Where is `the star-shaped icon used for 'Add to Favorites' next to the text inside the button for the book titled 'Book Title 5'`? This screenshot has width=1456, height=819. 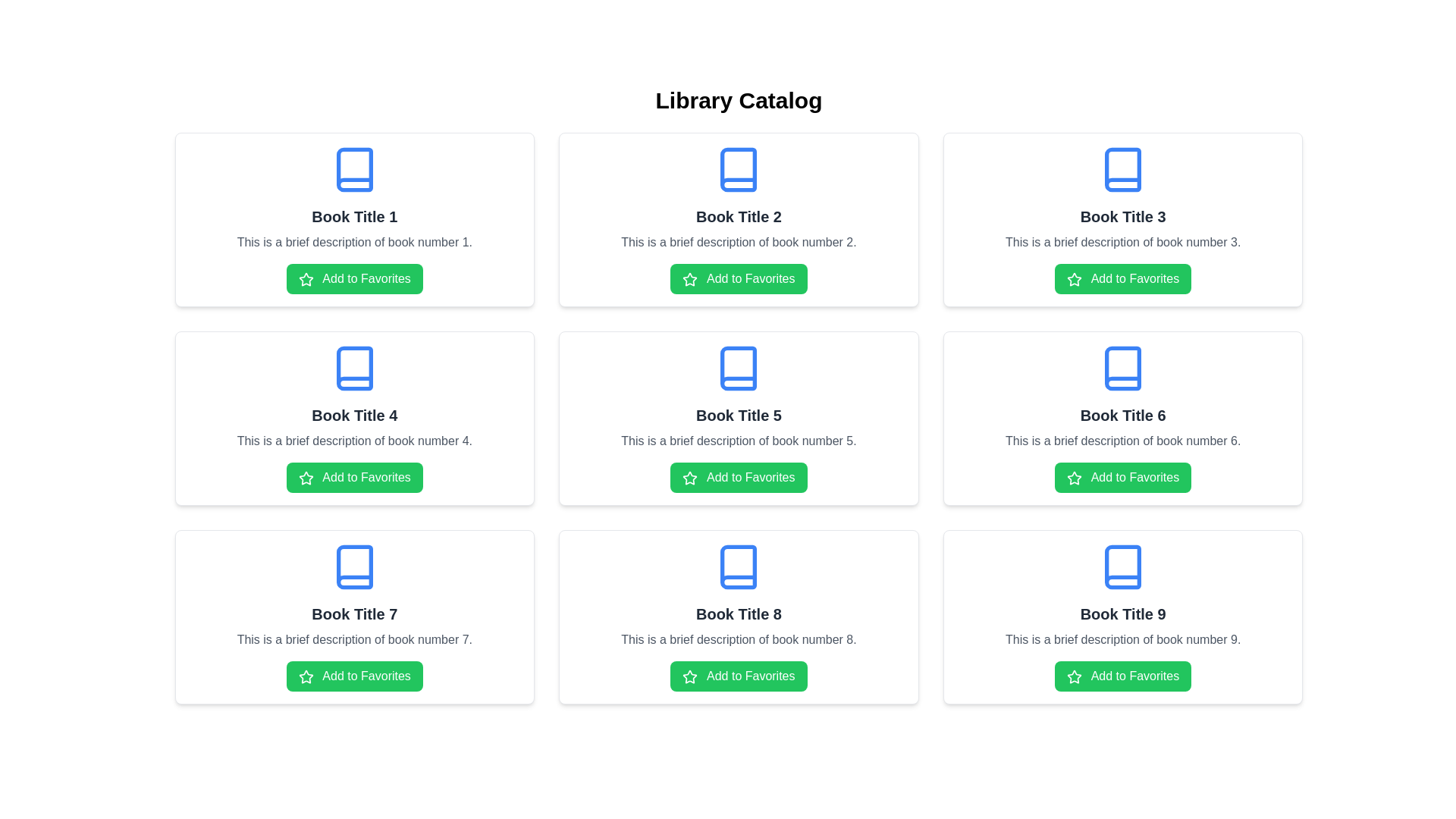 the star-shaped icon used for 'Add to Favorites' next to the text inside the button for the book titled 'Book Title 5' is located at coordinates (689, 478).